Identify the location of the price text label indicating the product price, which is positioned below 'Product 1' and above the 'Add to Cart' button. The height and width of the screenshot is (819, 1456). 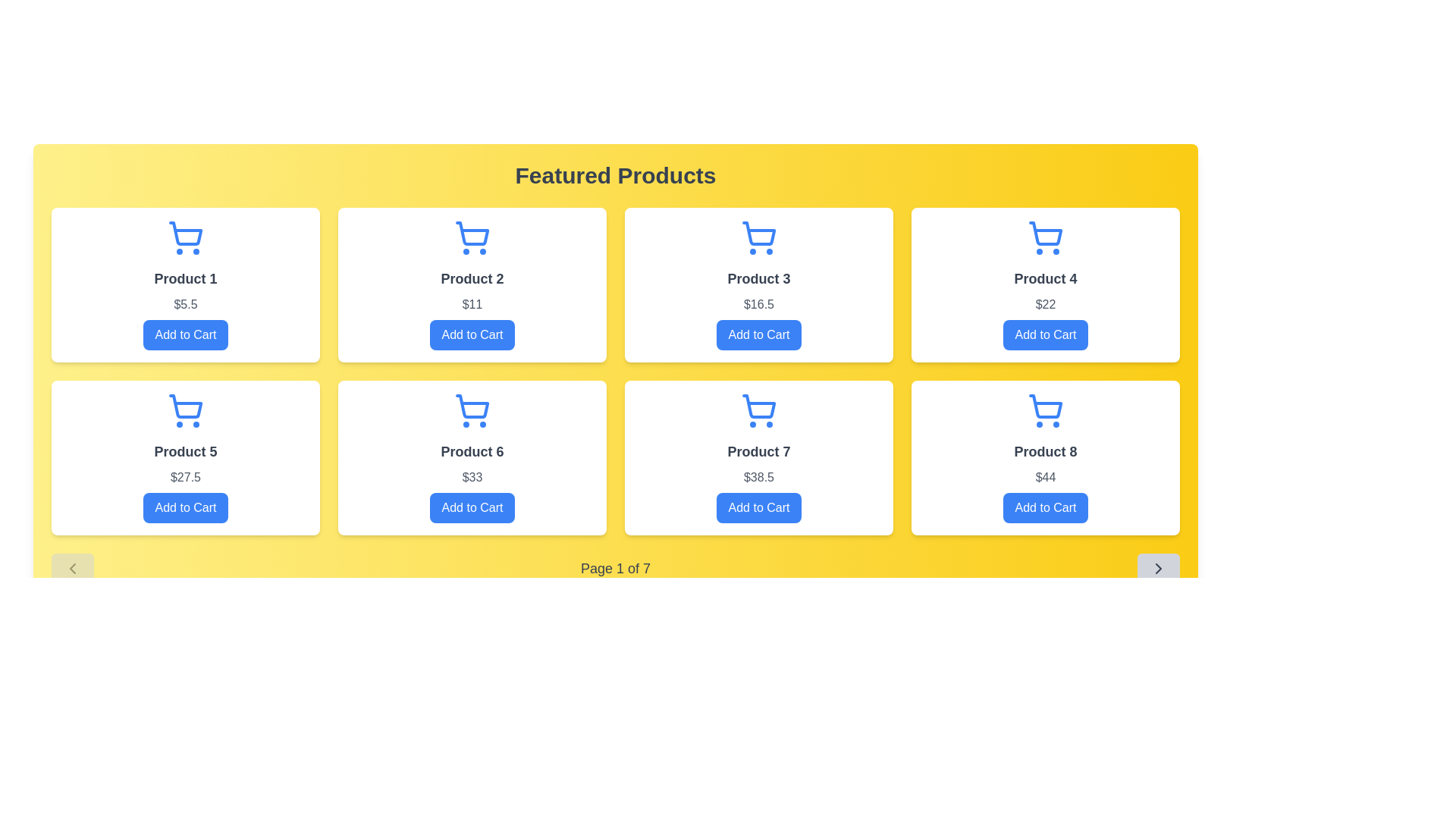
(184, 304).